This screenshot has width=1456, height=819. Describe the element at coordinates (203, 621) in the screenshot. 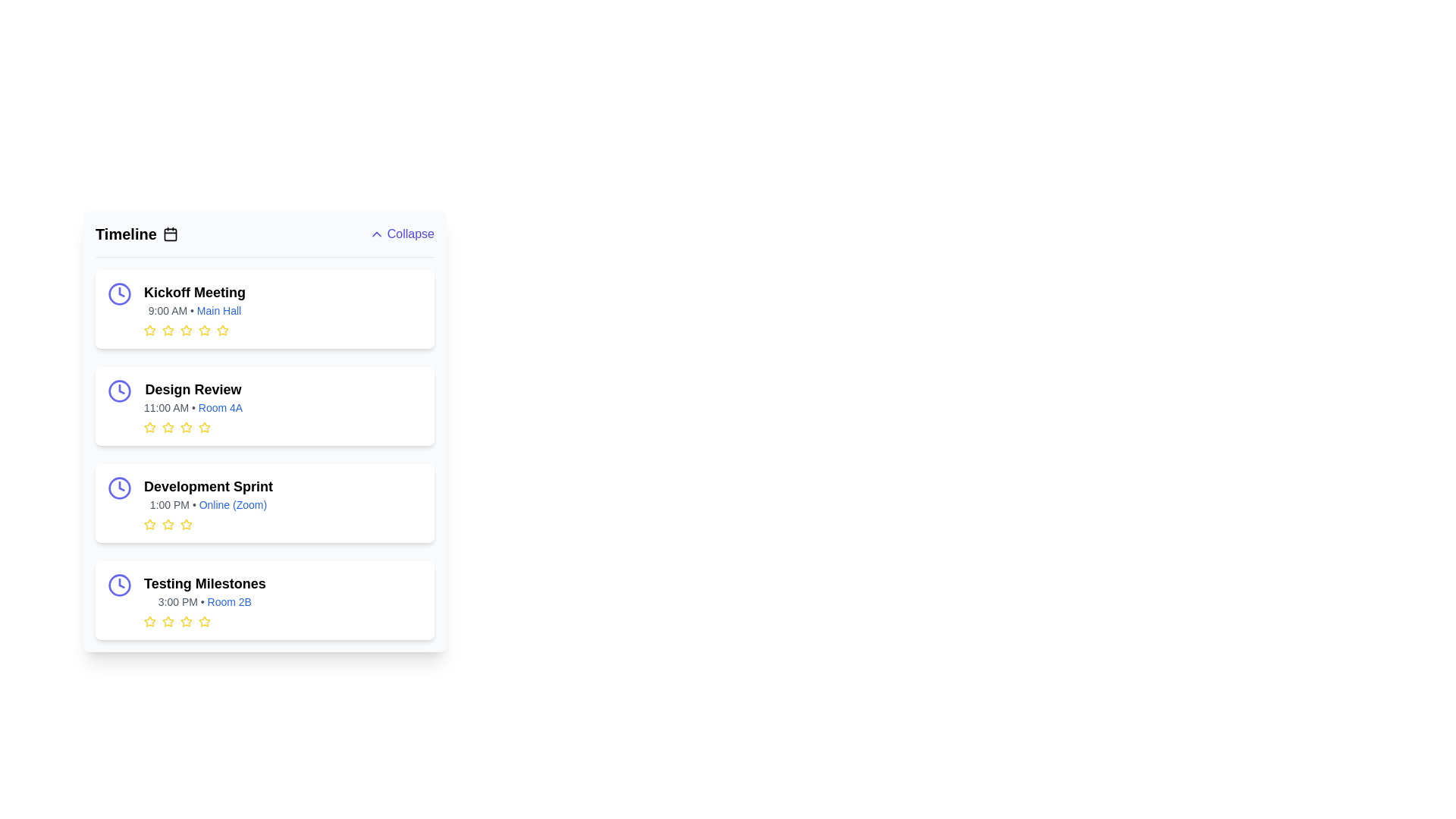

I see `the fifth Rating Star Icon in the Testing Milestones row at the bottom of the timeline widget` at that location.